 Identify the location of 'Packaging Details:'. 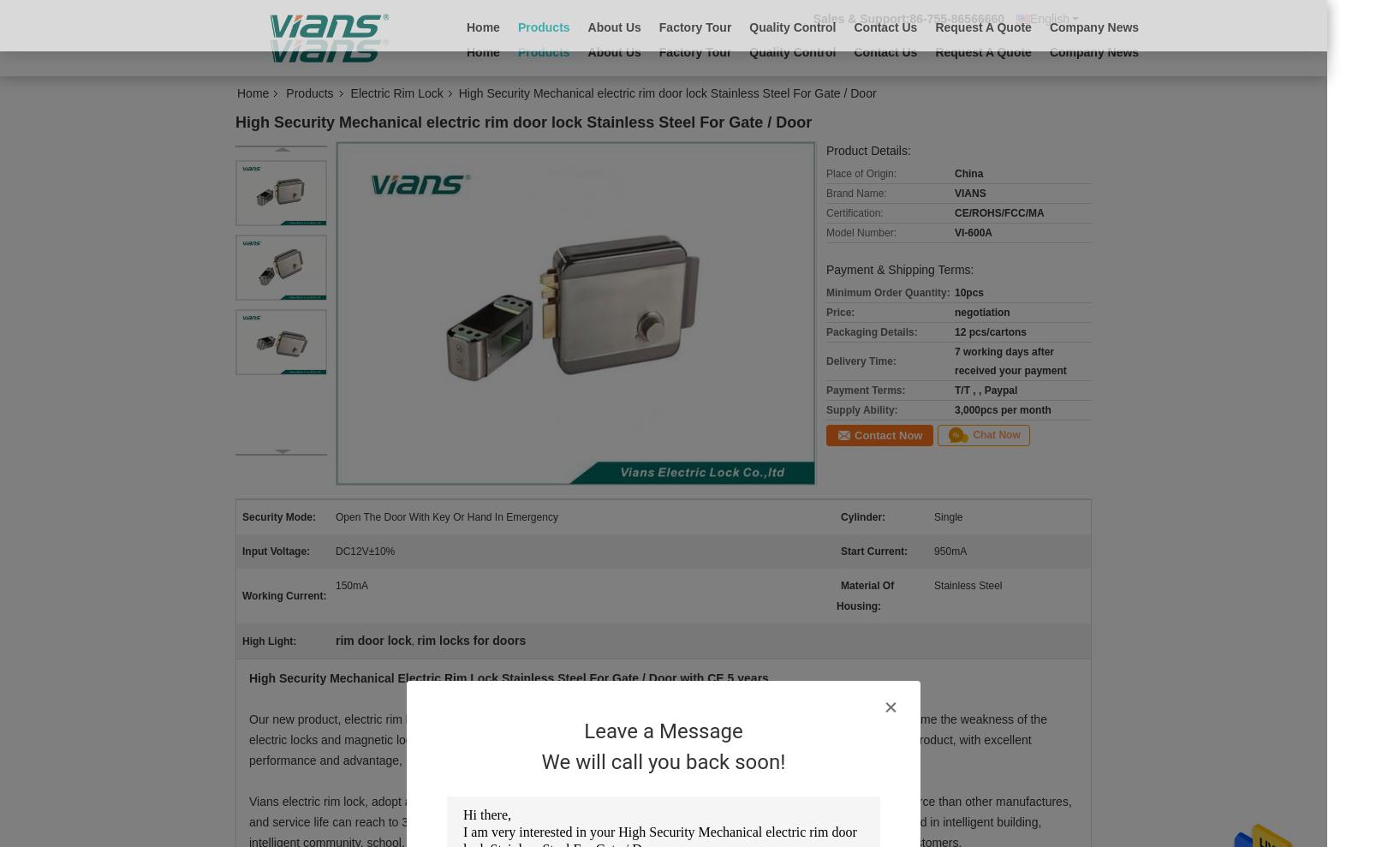
(871, 331).